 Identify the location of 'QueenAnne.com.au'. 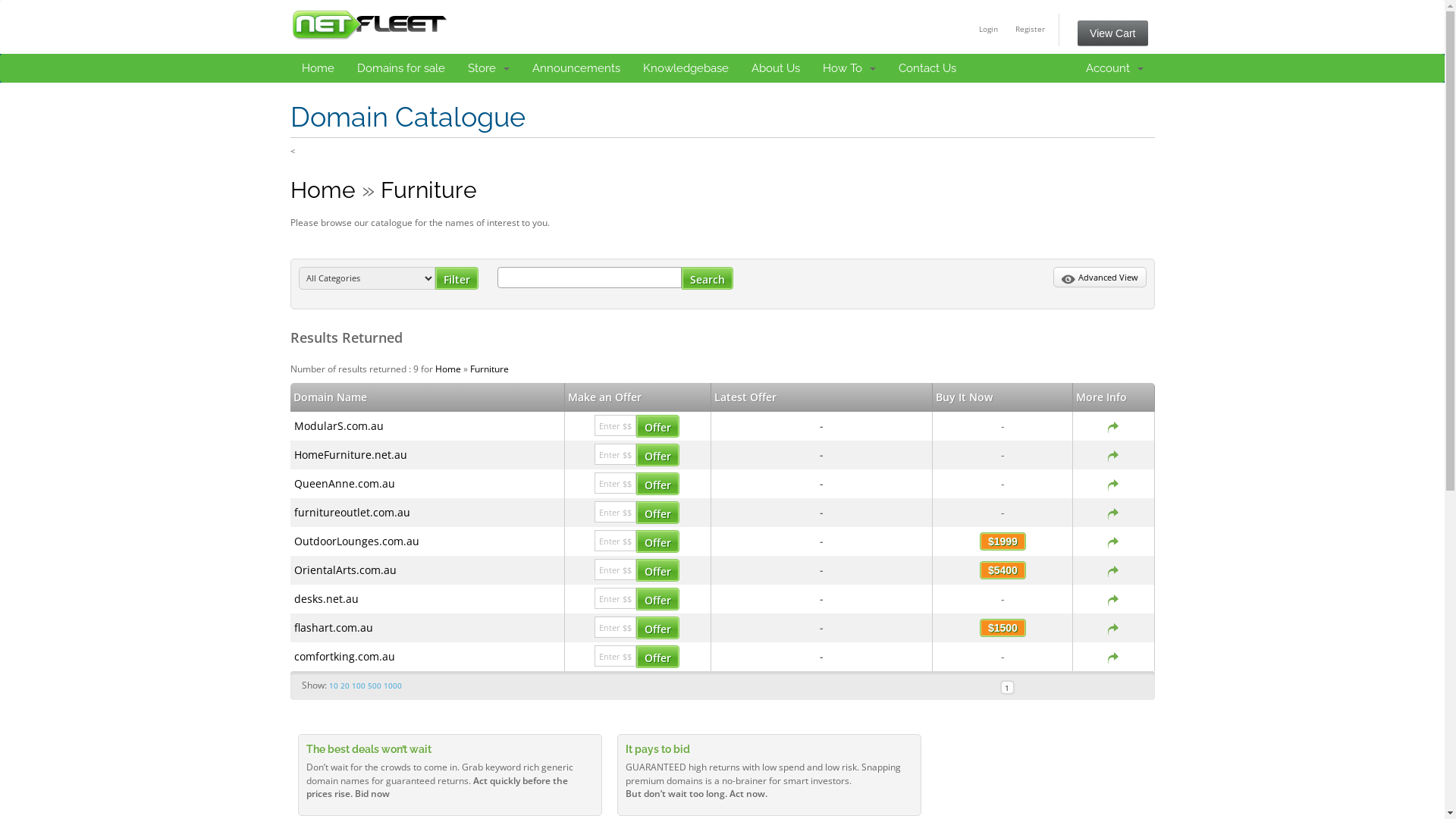
(344, 483).